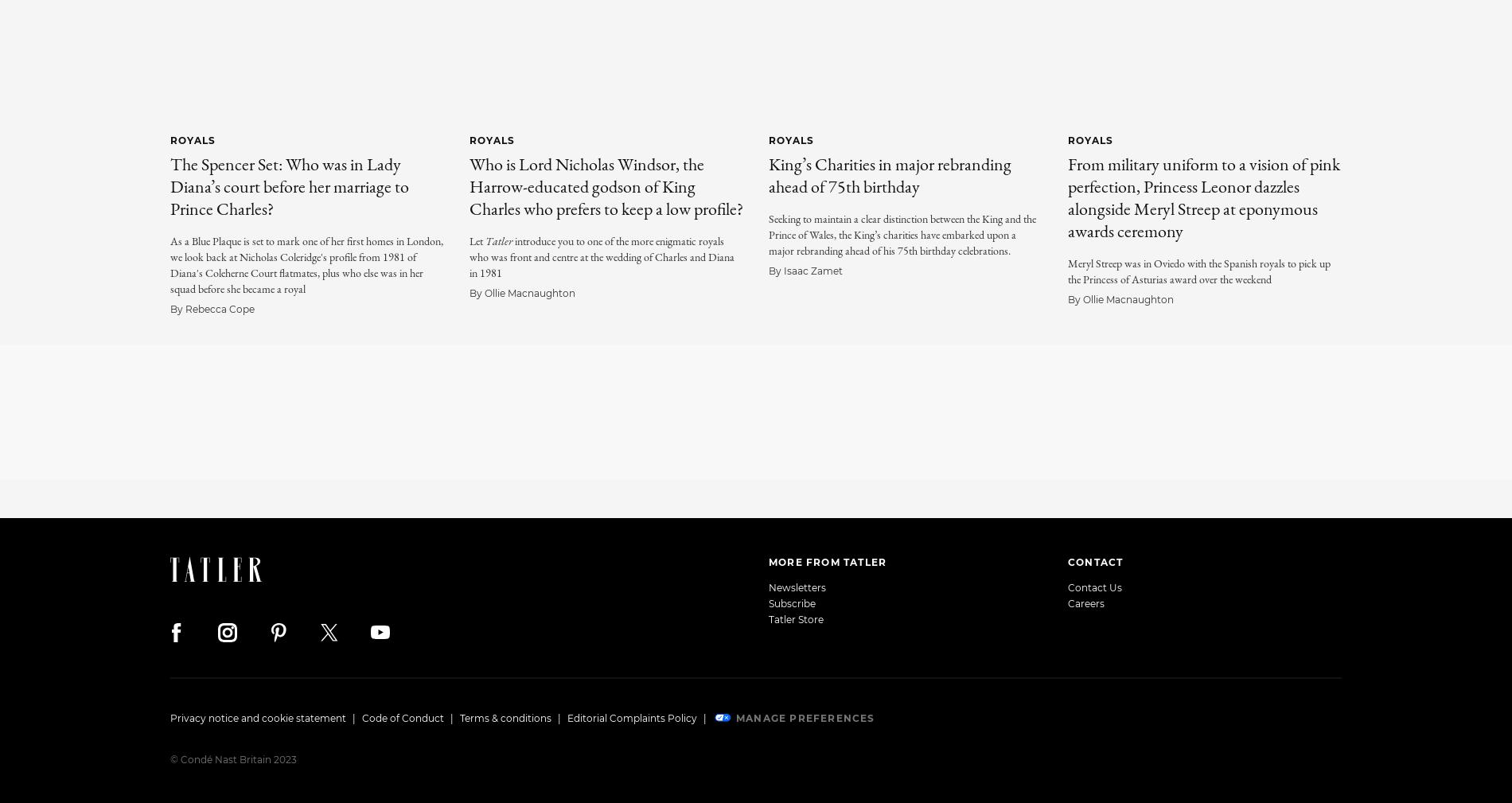  What do you see at coordinates (232, 758) in the screenshot?
I see `'© Condé Nast Britain 2023'` at bounding box center [232, 758].